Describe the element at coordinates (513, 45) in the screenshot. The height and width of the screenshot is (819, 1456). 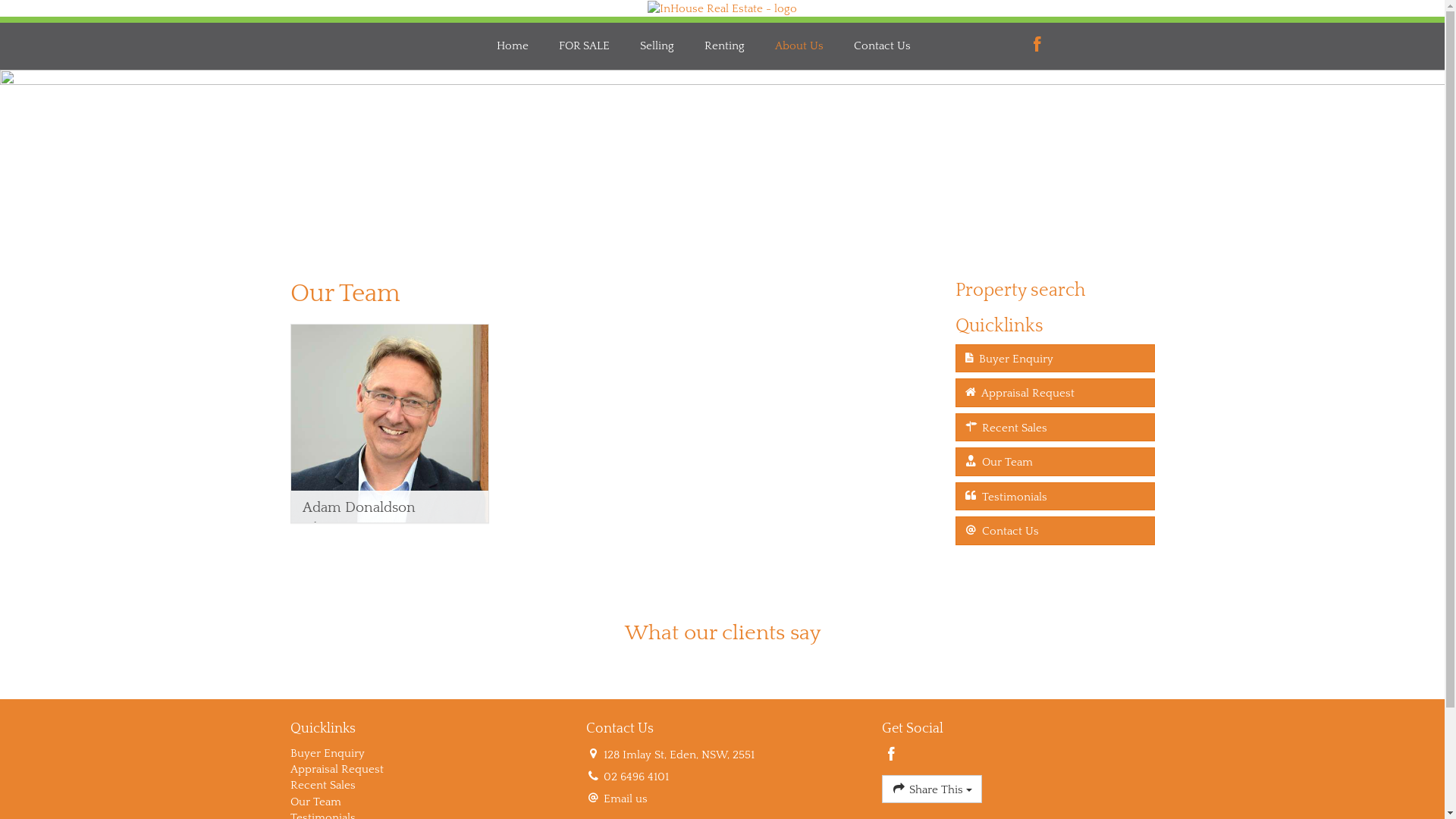
I see `'Home'` at that location.